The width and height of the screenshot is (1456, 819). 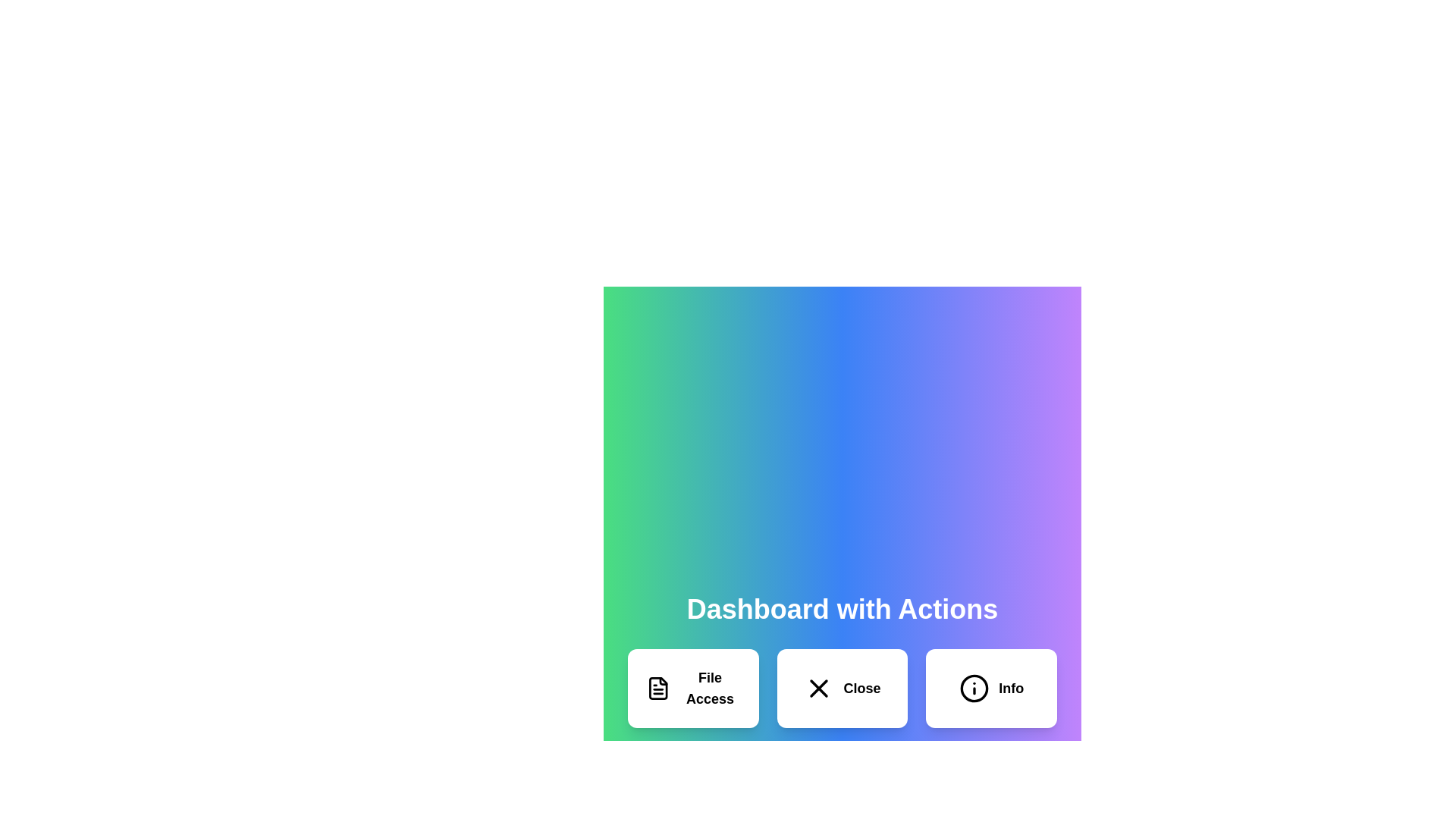 What do you see at coordinates (841, 608) in the screenshot?
I see `the static text label reading 'Dashboard with Actions', which is styled with large, bold, white uppercase letters and positioned at the top center of a card-like section` at bounding box center [841, 608].